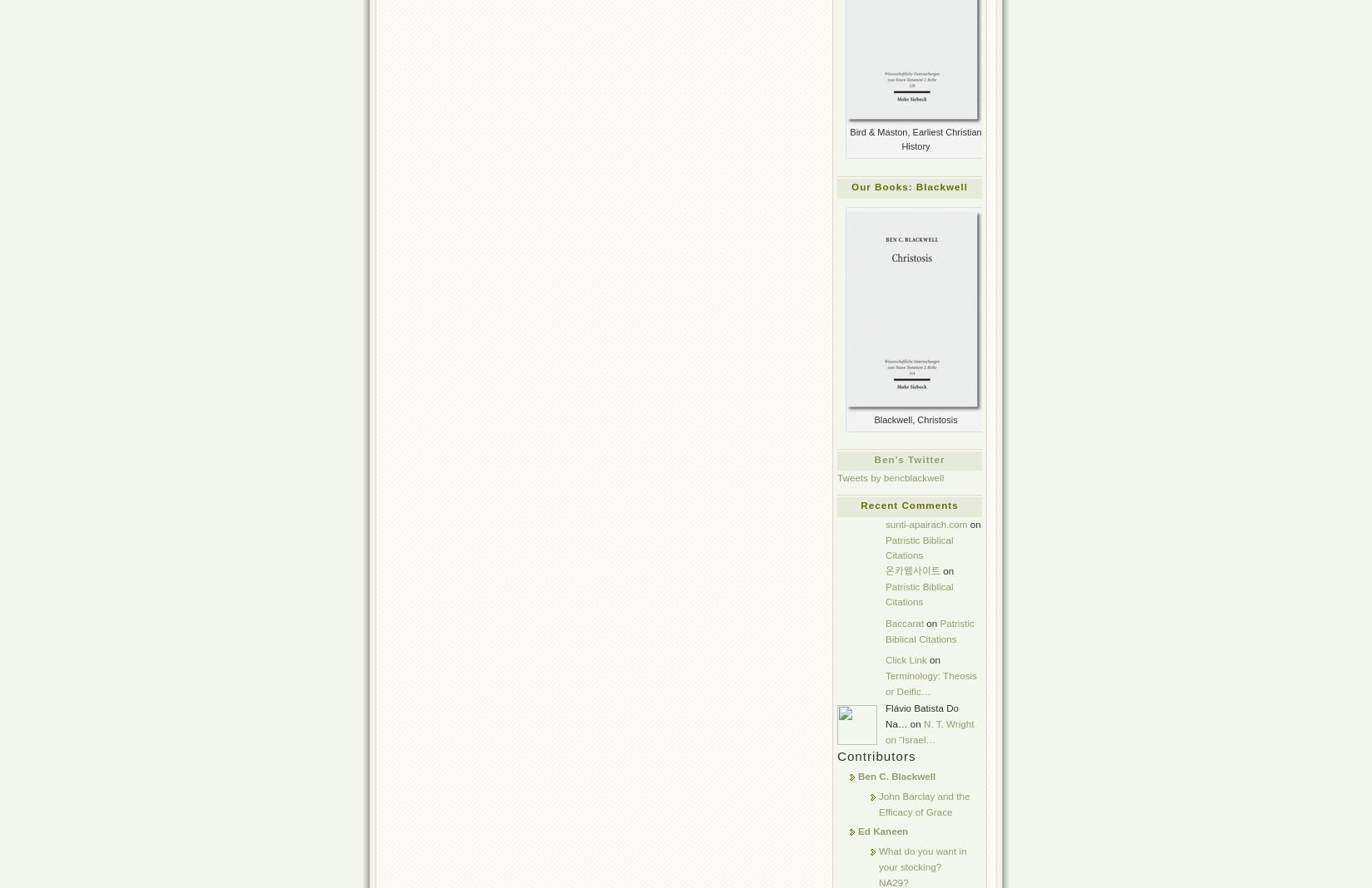 The height and width of the screenshot is (888, 1372). Describe the element at coordinates (909, 504) in the screenshot. I see `'Recent Comments'` at that location.